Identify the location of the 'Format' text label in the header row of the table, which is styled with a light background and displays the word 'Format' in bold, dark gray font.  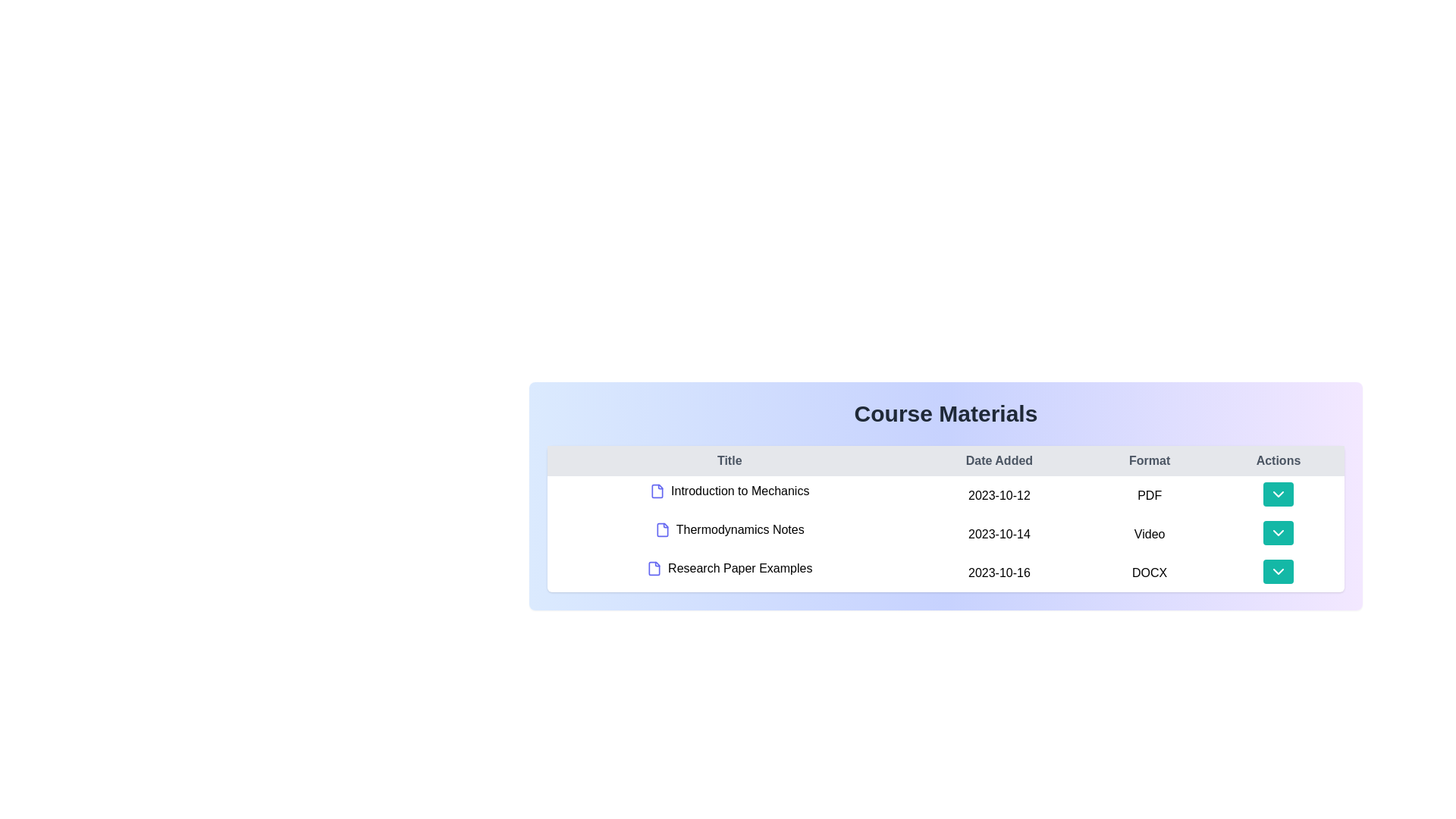
(1150, 460).